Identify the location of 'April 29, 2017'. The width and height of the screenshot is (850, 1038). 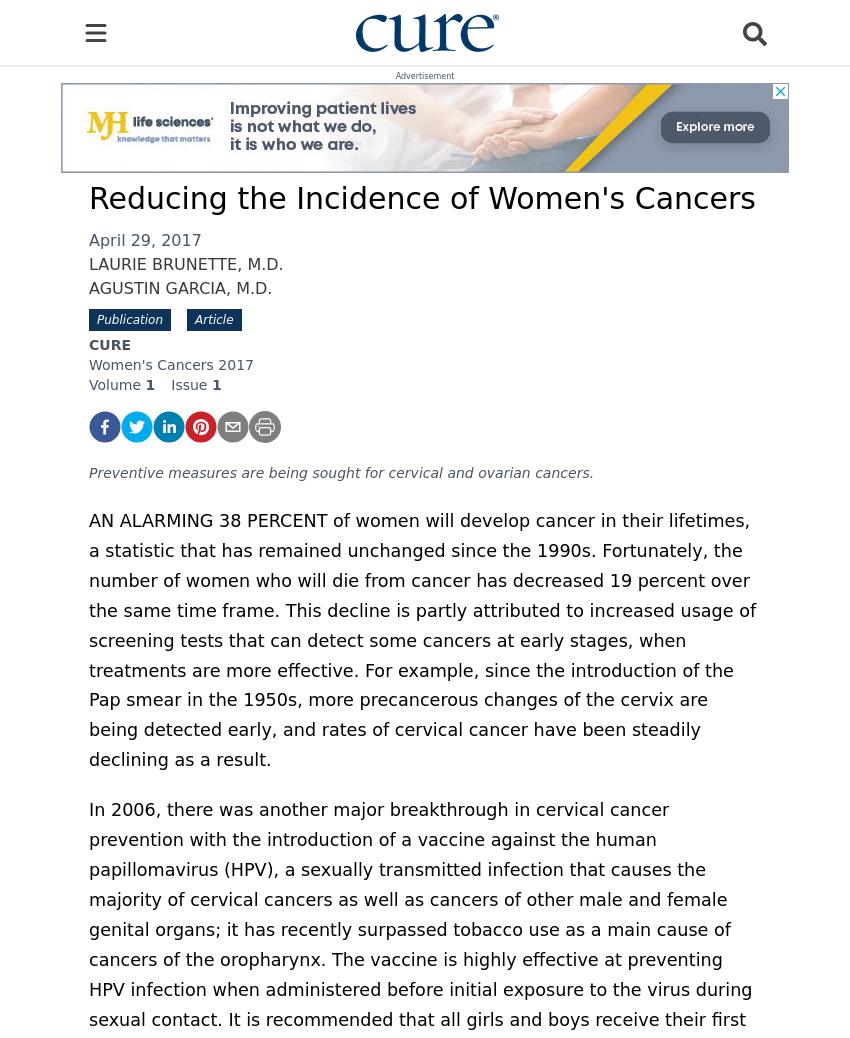
(145, 239).